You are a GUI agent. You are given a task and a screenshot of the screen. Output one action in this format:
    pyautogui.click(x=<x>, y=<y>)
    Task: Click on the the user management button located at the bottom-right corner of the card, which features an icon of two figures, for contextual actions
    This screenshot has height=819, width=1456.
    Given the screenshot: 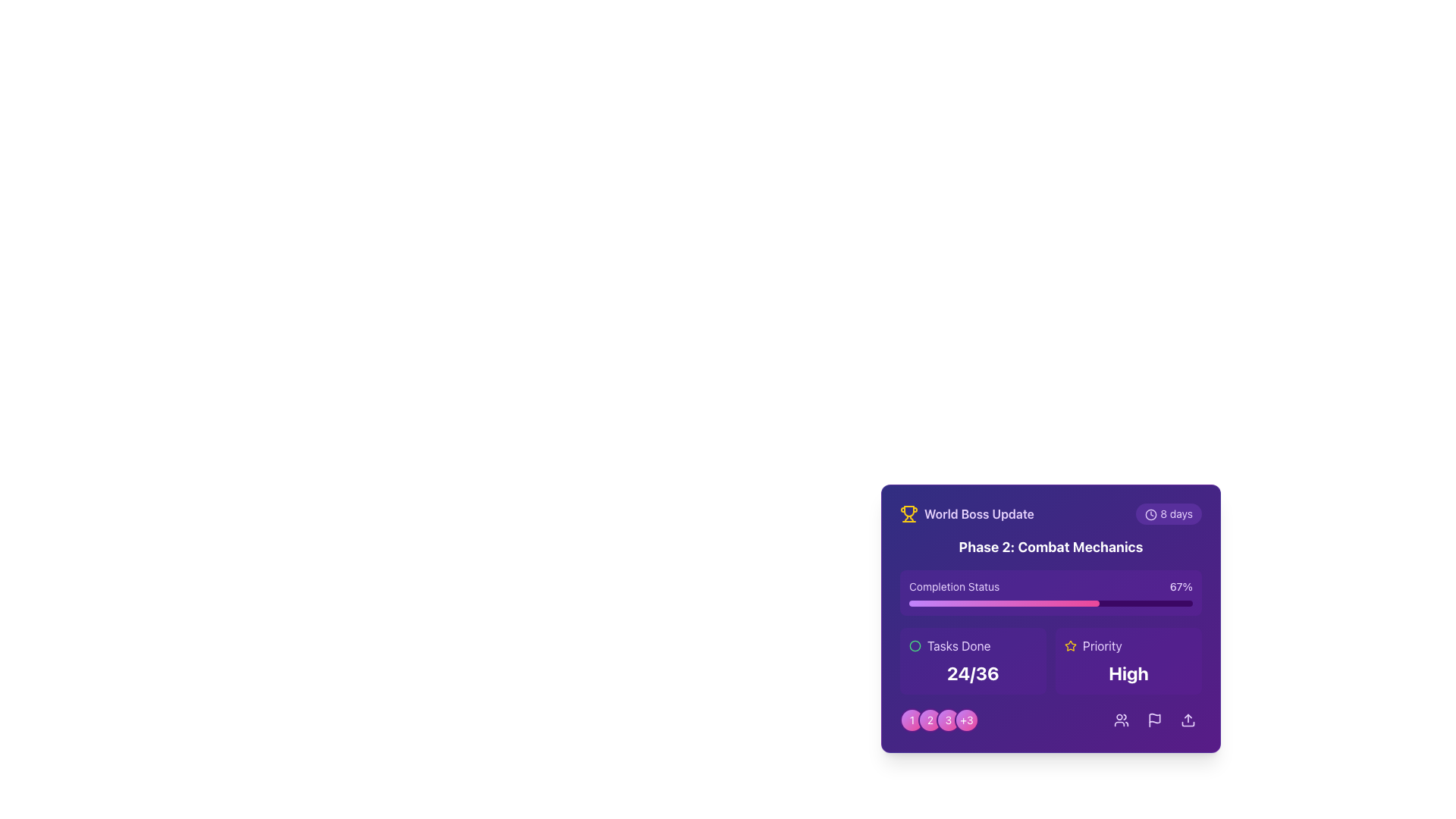 What is the action you would take?
    pyautogui.click(x=1121, y=719)
    